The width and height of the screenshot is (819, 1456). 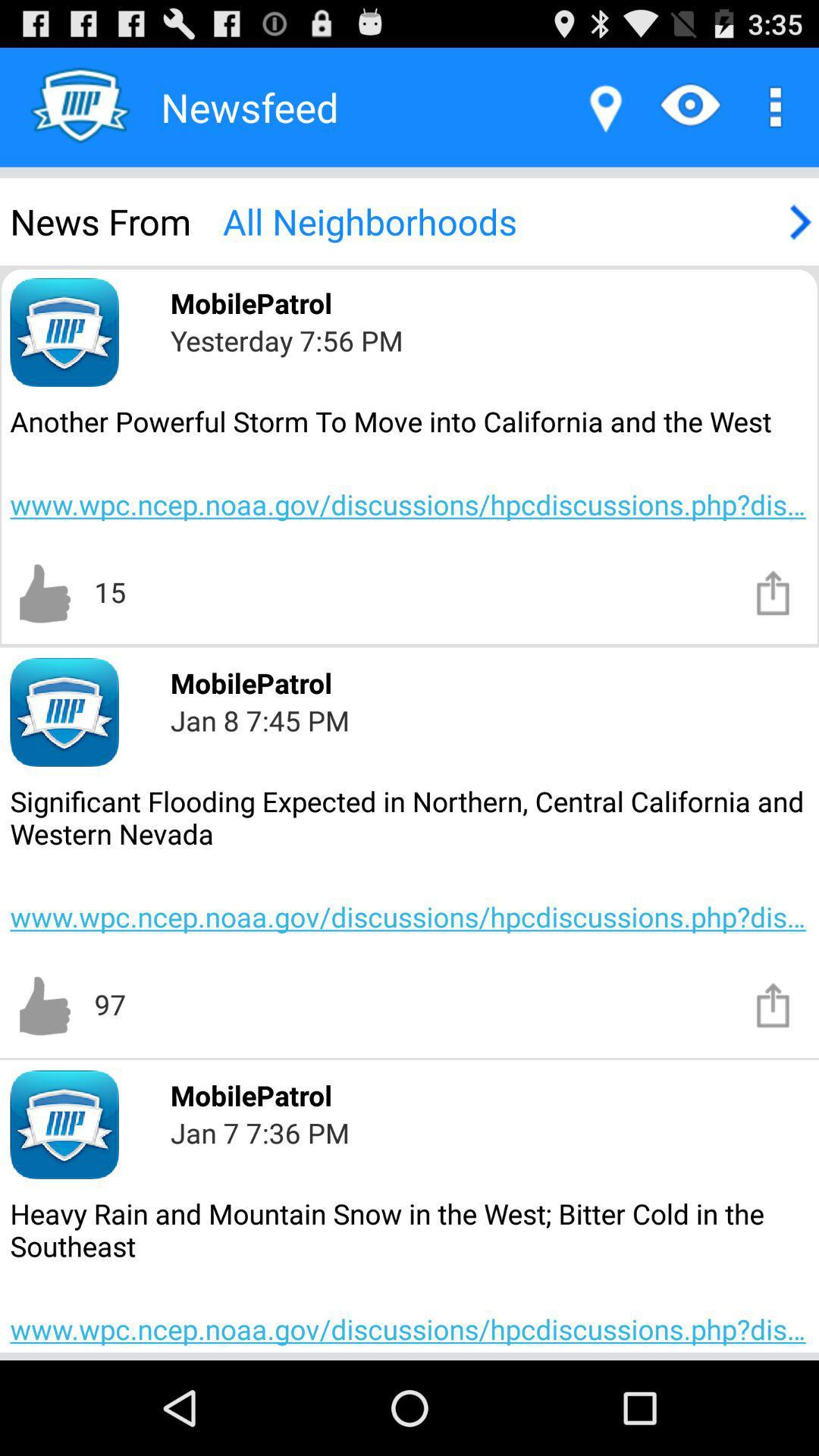 What do you see at coordinates (773, 591) in the screenshot?
I see `share the article` at bounding box center [773, 591].